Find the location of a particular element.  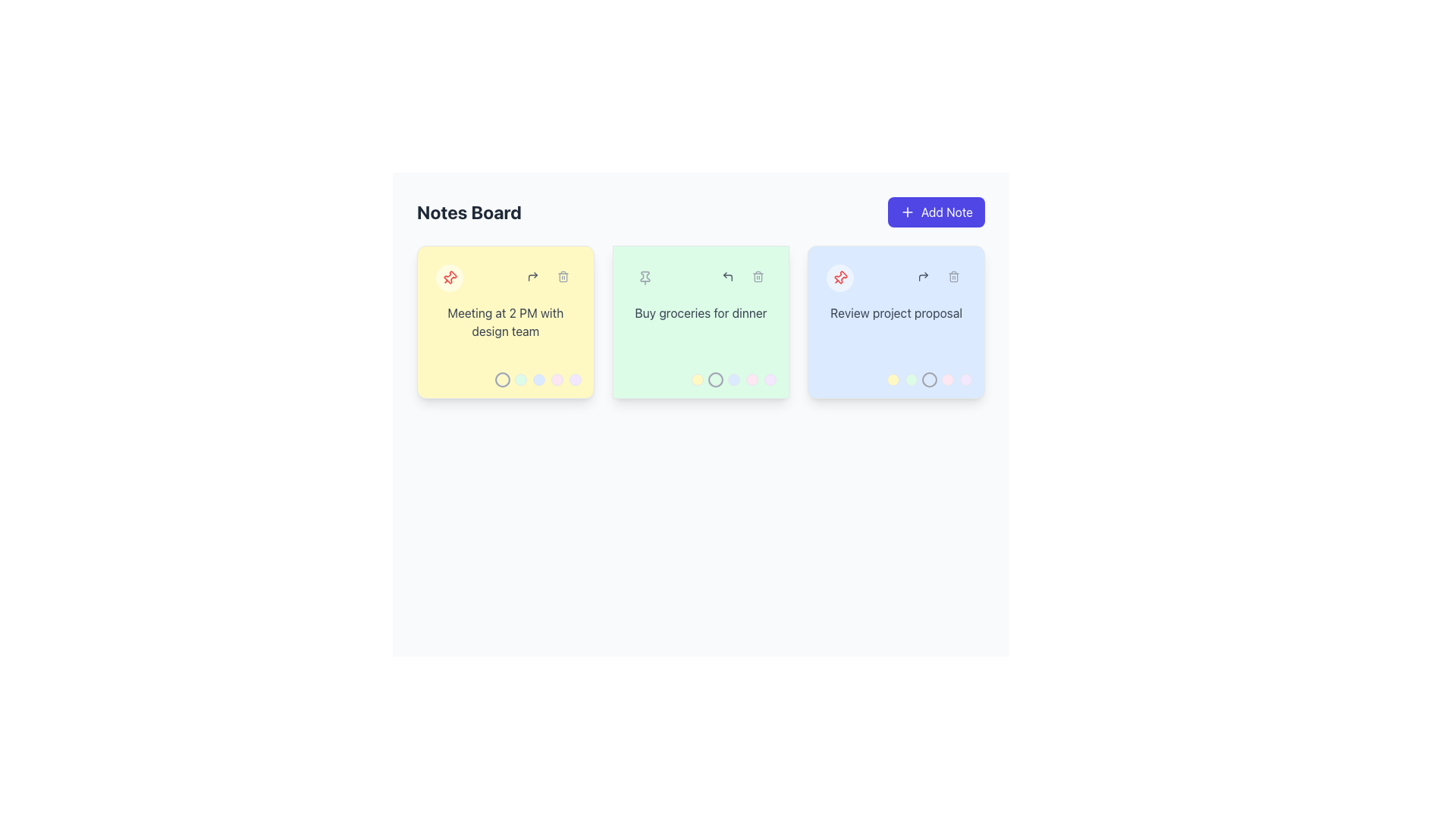

the pin icon button located at the top-left corner of the green card that contains the note 'Buy groceries for dinner' is located at coordinates (645, 278).